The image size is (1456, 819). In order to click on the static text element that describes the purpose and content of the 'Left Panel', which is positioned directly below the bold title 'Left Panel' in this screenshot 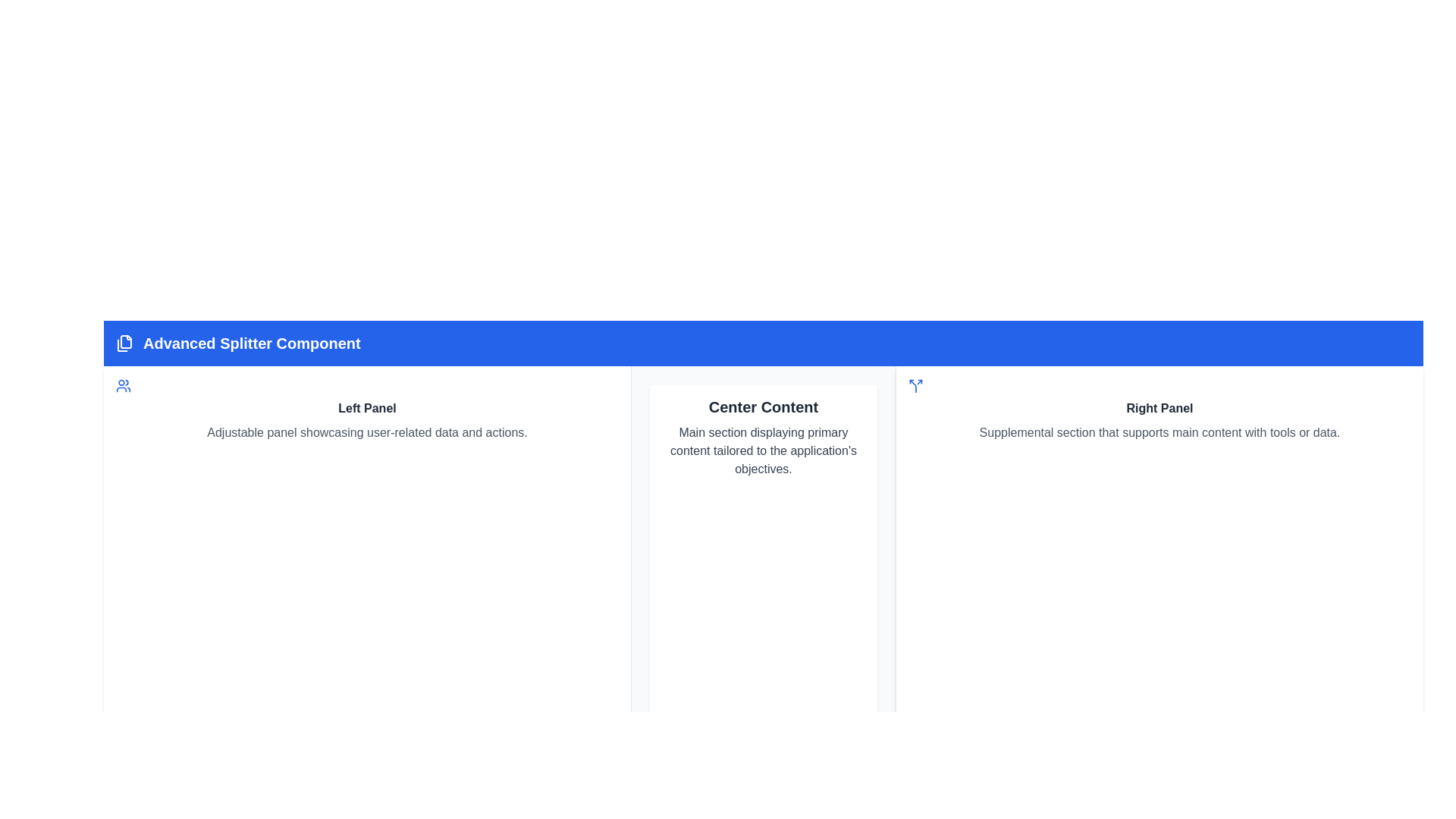, I will do `click(367, 432)`.